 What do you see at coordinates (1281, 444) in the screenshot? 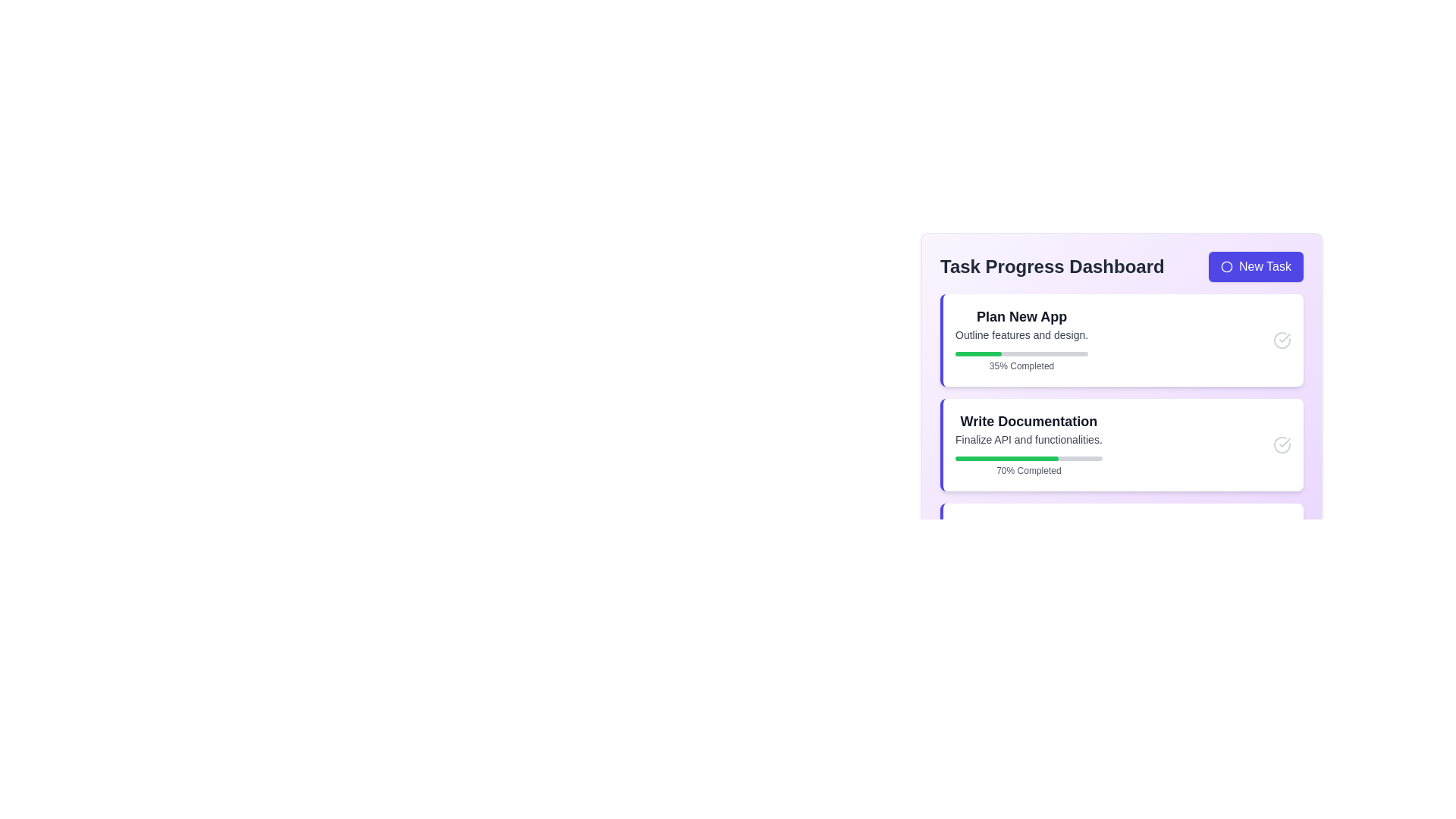
I see `the completion status icon located in the rightmost area of the 'Write Documentation' task card, aligned horizontally with the task's title and description text` at bounding box center [1281, 444].